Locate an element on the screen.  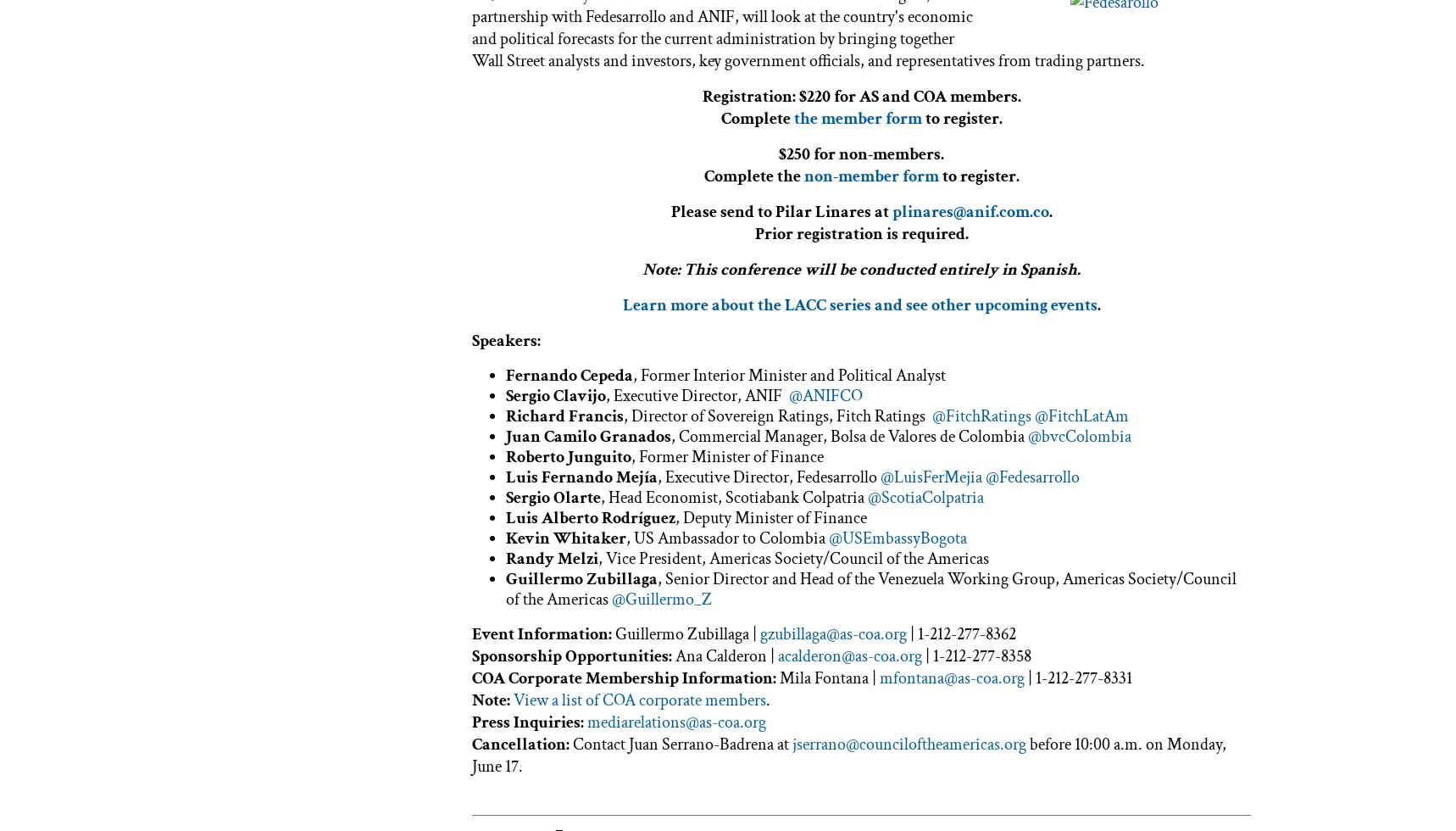
'plinares@anif.com.co' is located at coordinates (970, 211).